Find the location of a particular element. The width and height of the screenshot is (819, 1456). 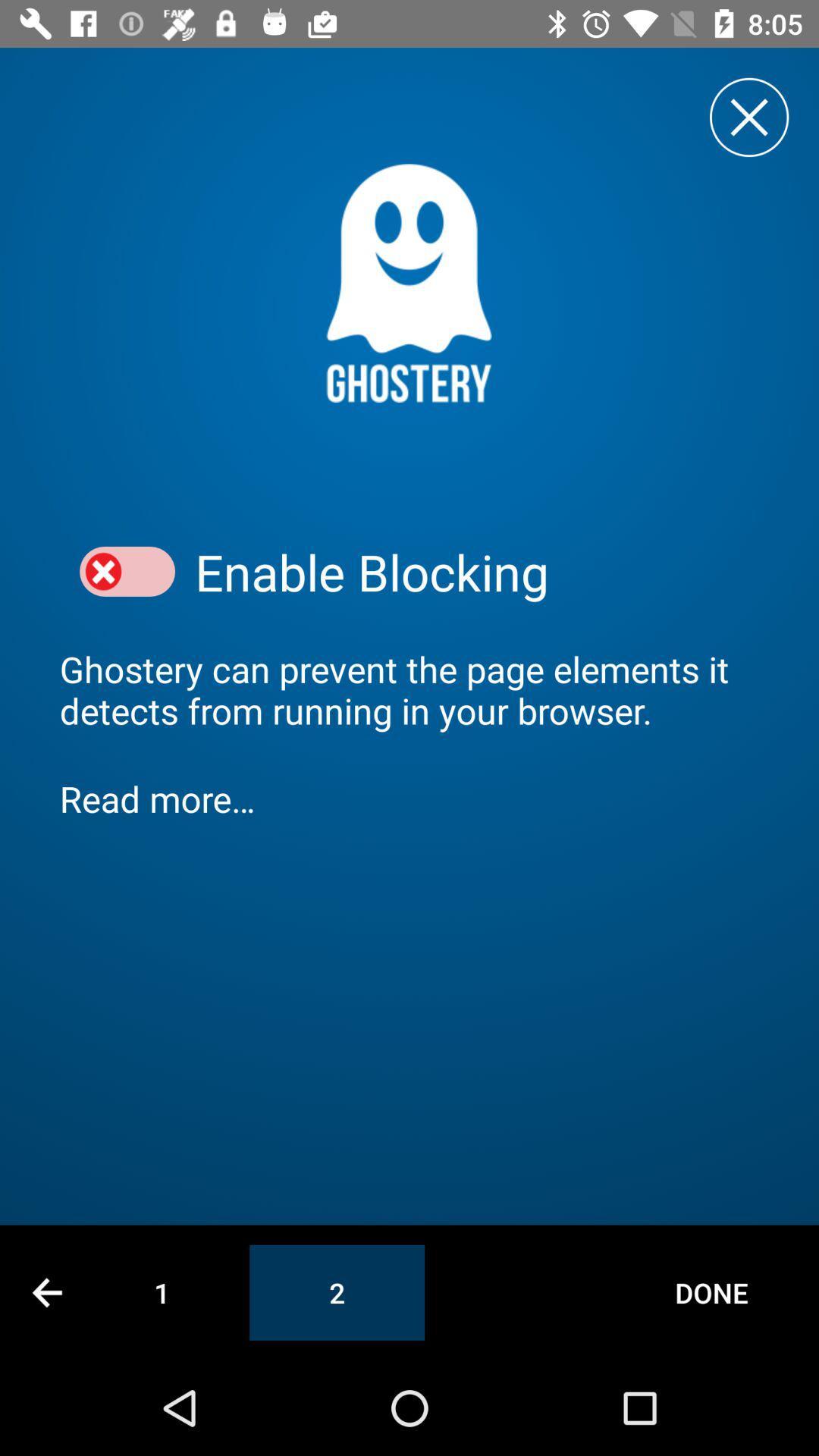

the arrow_backward icon is located at coordinates (46, 1291).